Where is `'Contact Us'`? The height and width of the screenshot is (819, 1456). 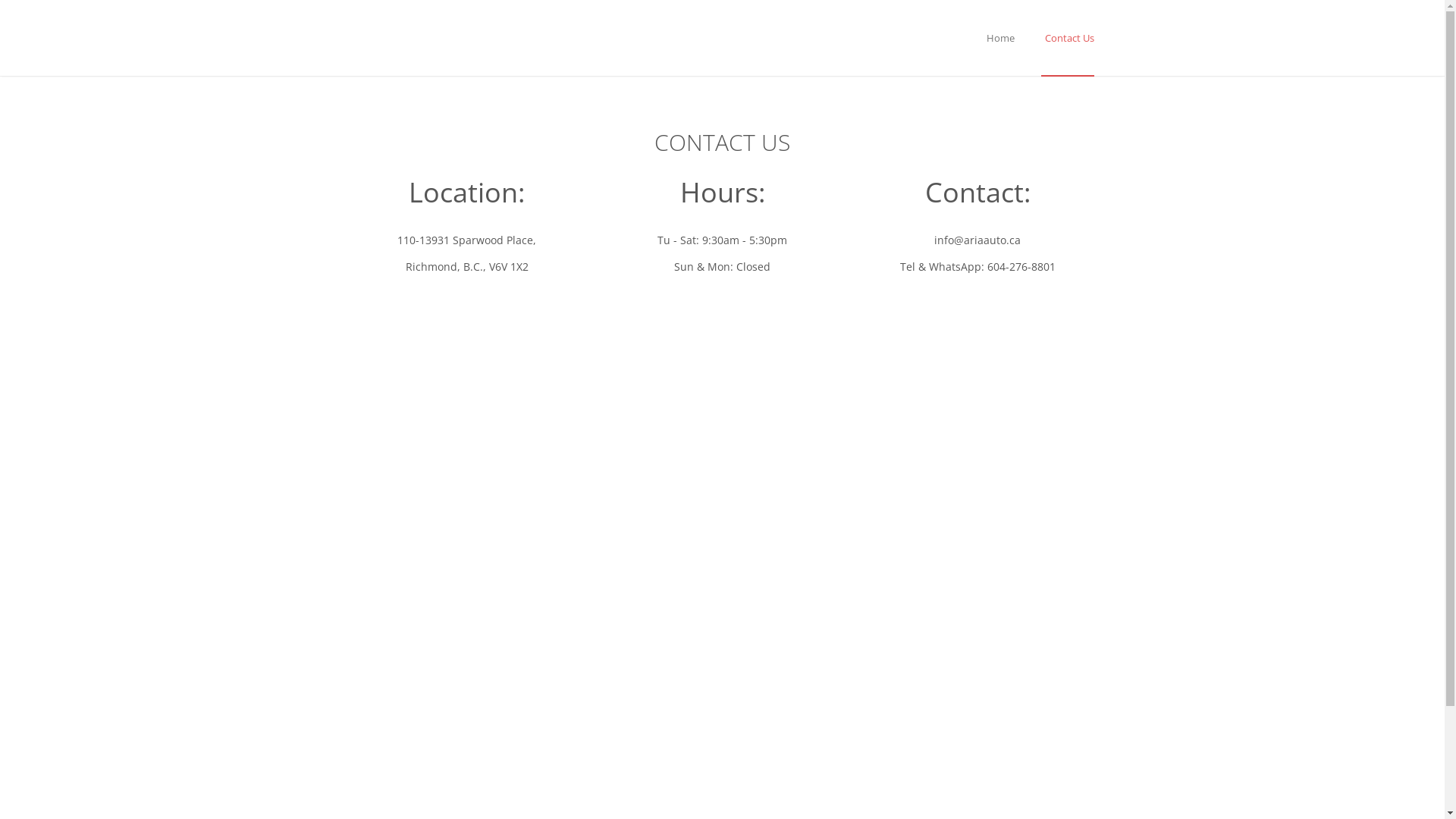 'Contact Us' is located at coordinates (1040, 37).